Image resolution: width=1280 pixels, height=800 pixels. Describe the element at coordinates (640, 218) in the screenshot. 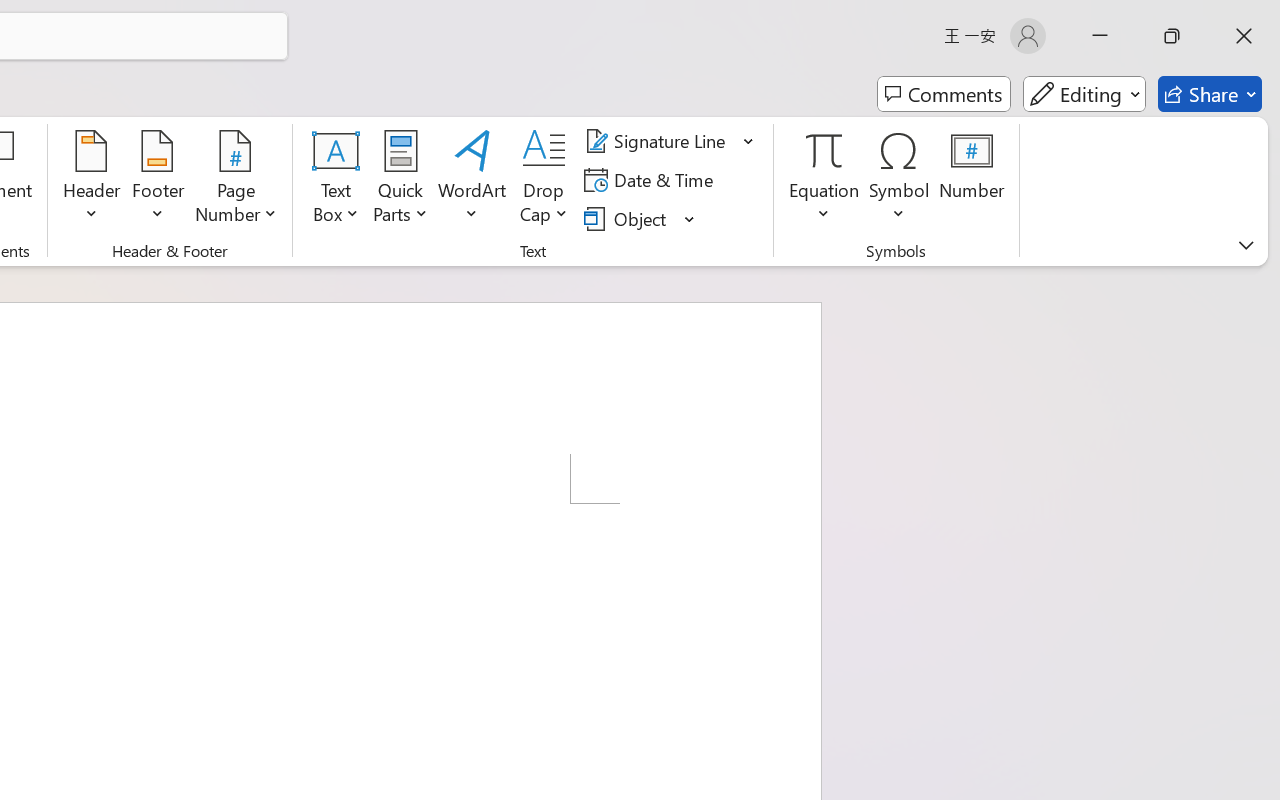

I see `'Object...'` at that location.